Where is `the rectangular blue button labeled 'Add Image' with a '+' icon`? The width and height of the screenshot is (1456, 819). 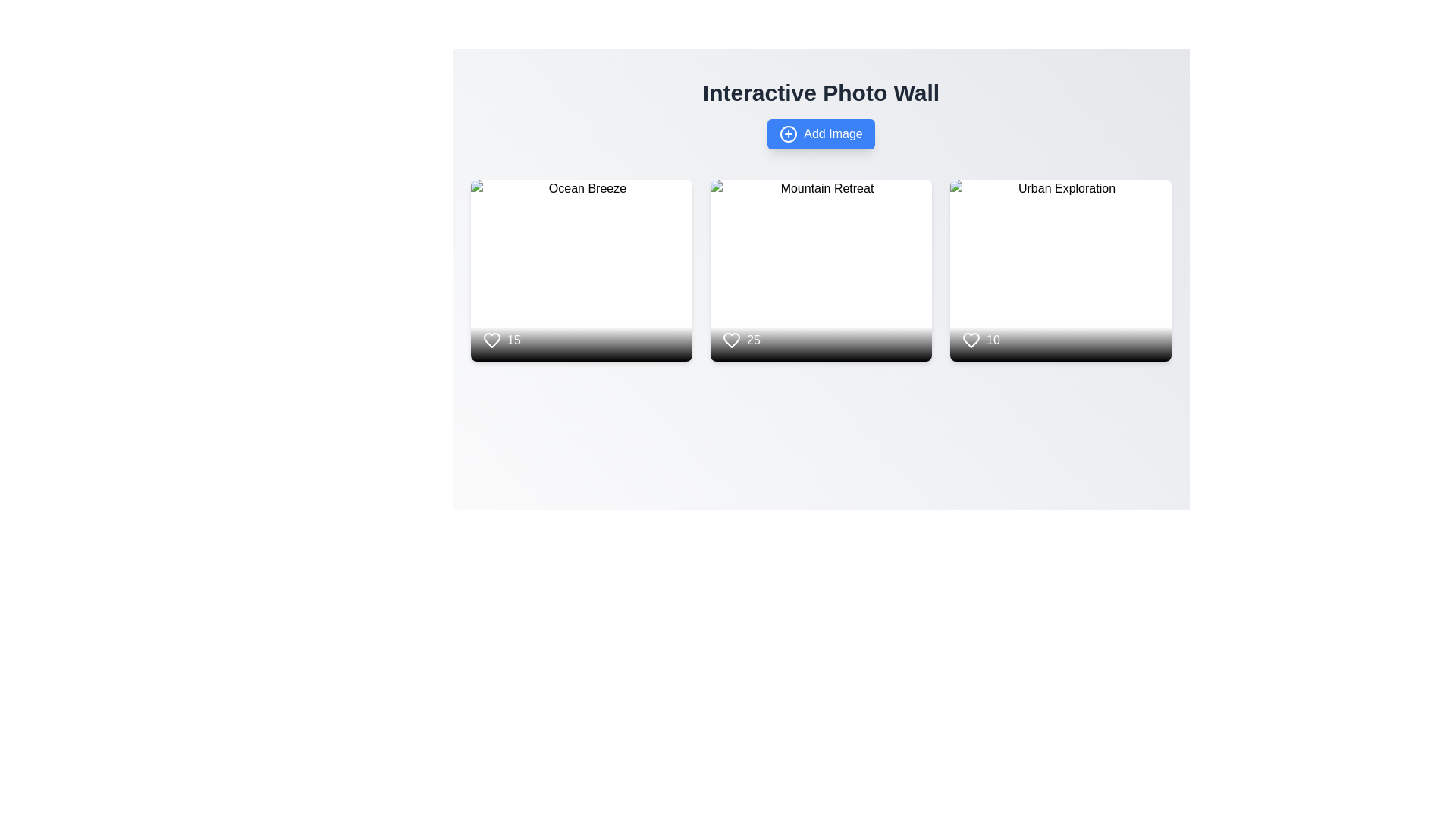 the rectangular blue button labeled 'Add Image' with a '+' icon is located at coordinates (821, 133).